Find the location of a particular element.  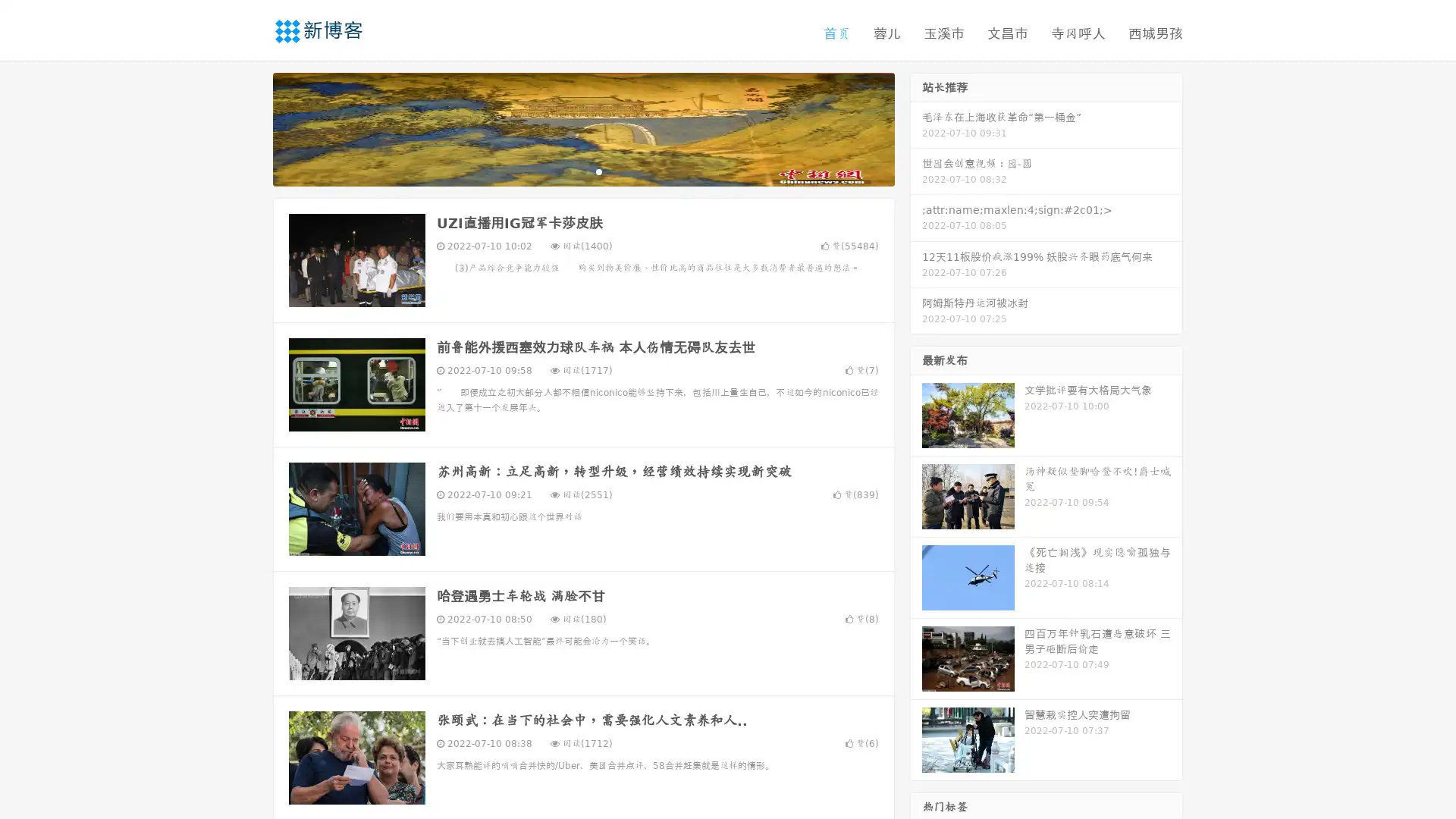

Go to slide 1 is located at coordinates (567, 171).